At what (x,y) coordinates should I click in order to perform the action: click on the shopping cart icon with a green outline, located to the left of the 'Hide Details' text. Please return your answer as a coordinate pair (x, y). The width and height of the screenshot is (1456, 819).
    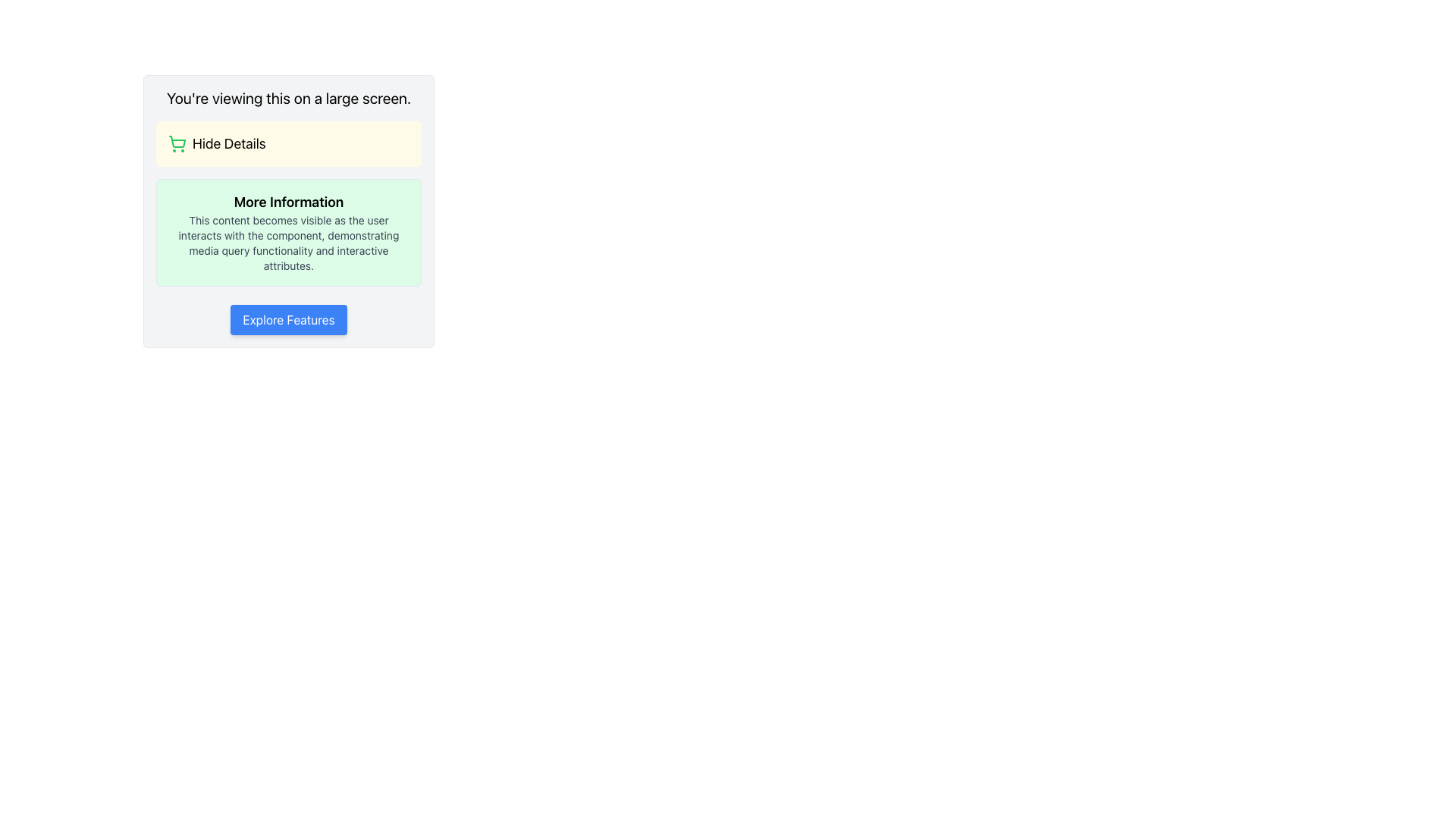
    Looking at the image, I should click on (177, 143).